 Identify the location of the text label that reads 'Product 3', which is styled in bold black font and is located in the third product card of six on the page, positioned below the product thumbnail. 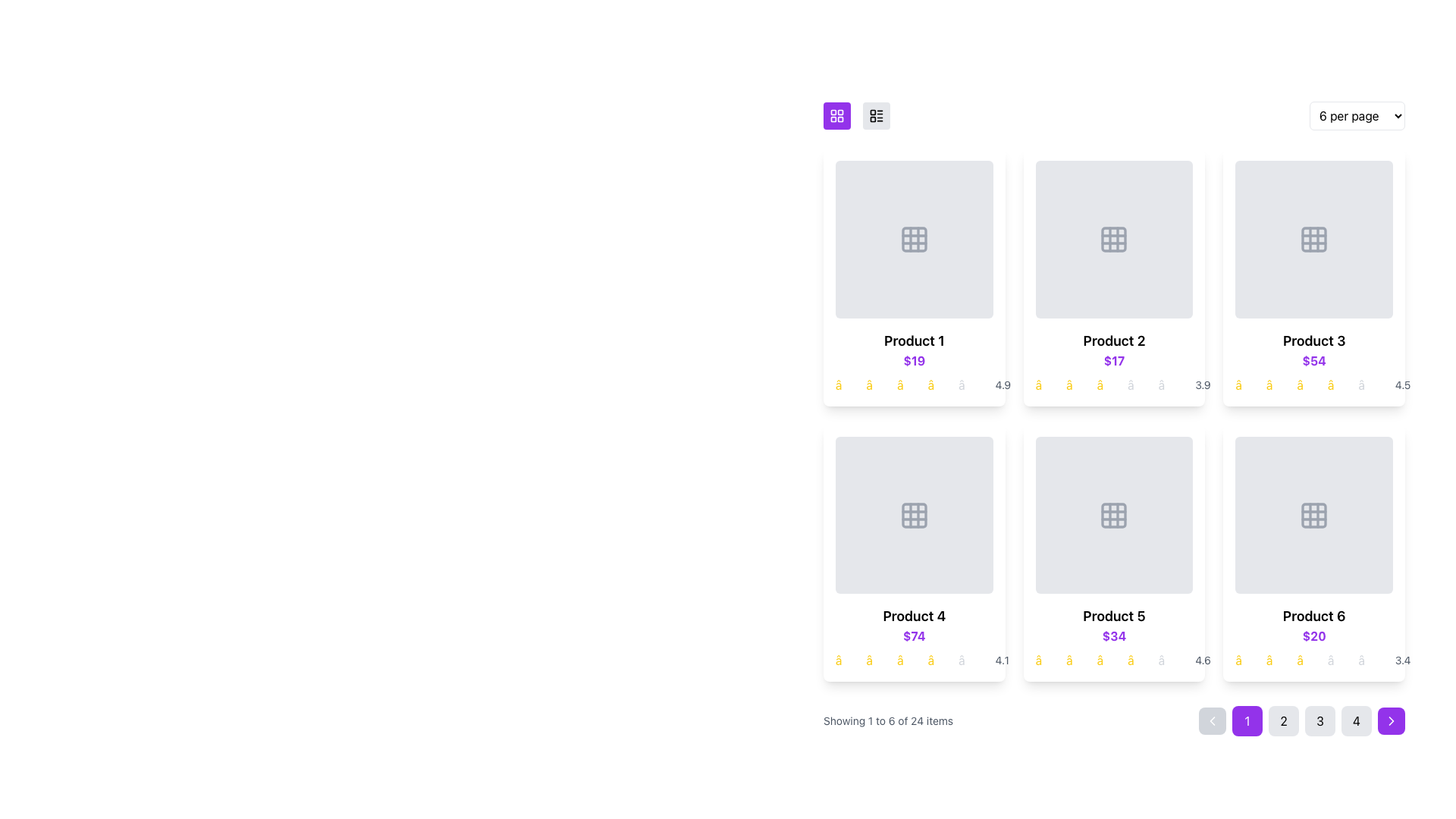
(1313, 340).